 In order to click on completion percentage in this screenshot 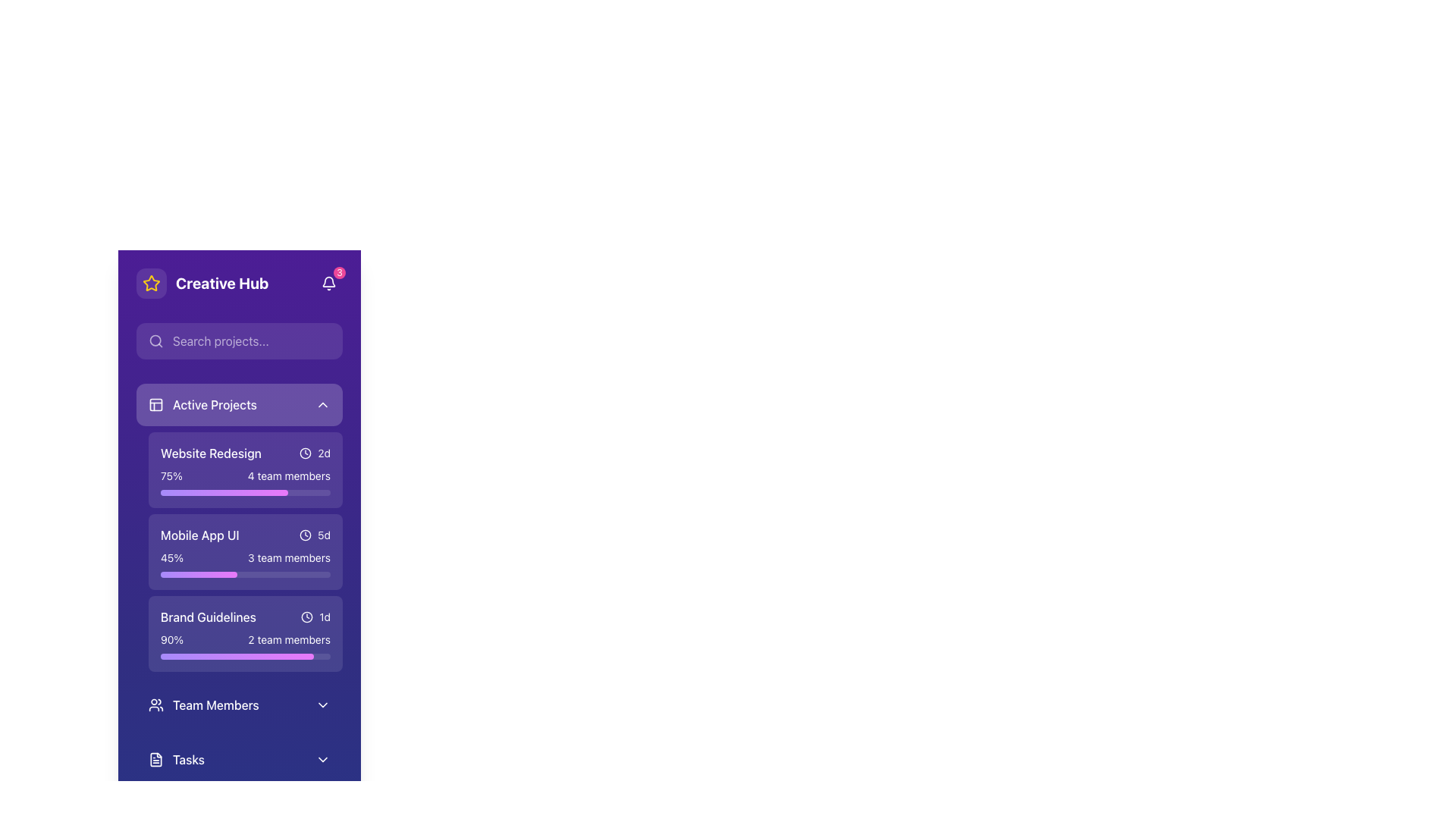, I will do `click(285, 493)`.